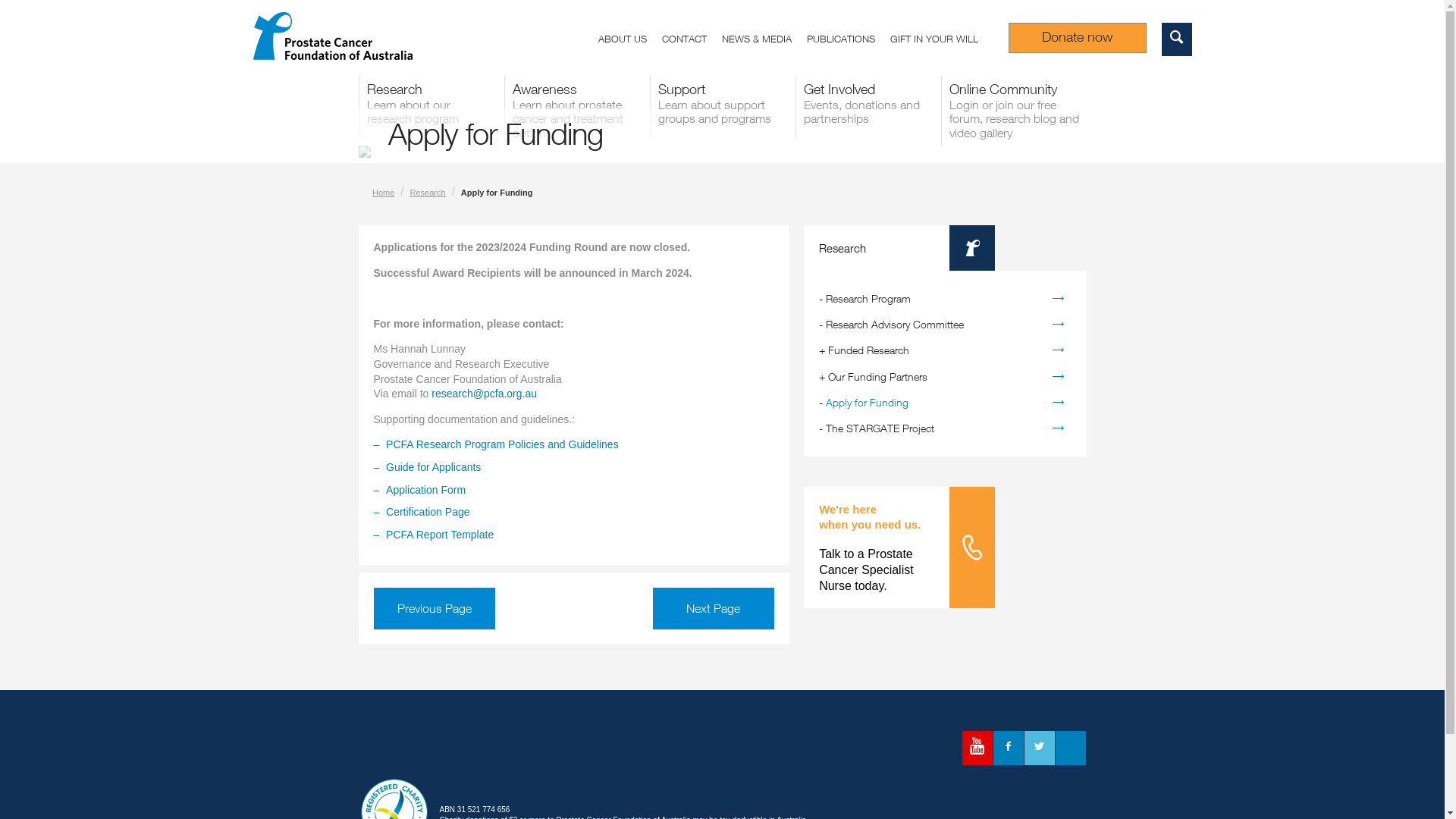 This screenshot has width=1456, height=819. I want to click on 'Certification Page', so click(427, 512).